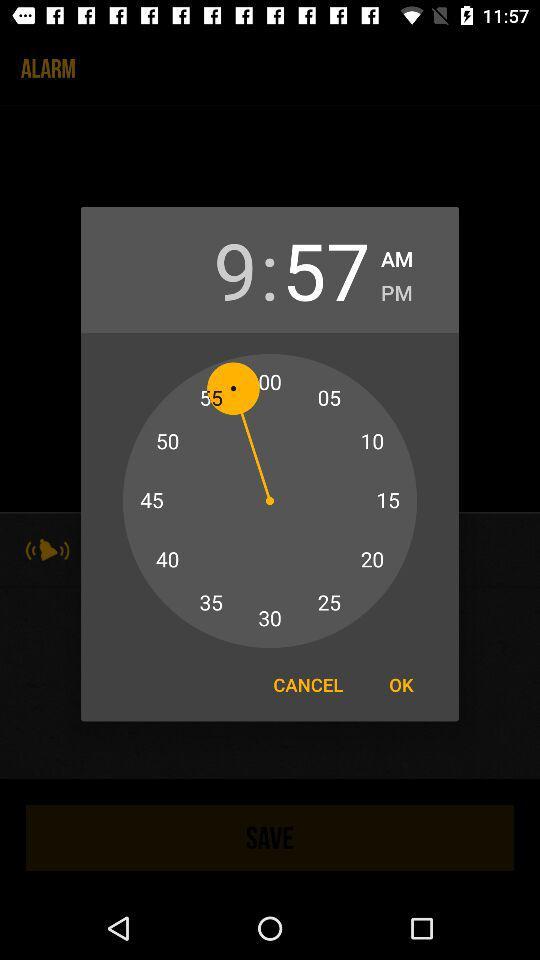  I want to click on the item next to the : icon, so click(212, 268).